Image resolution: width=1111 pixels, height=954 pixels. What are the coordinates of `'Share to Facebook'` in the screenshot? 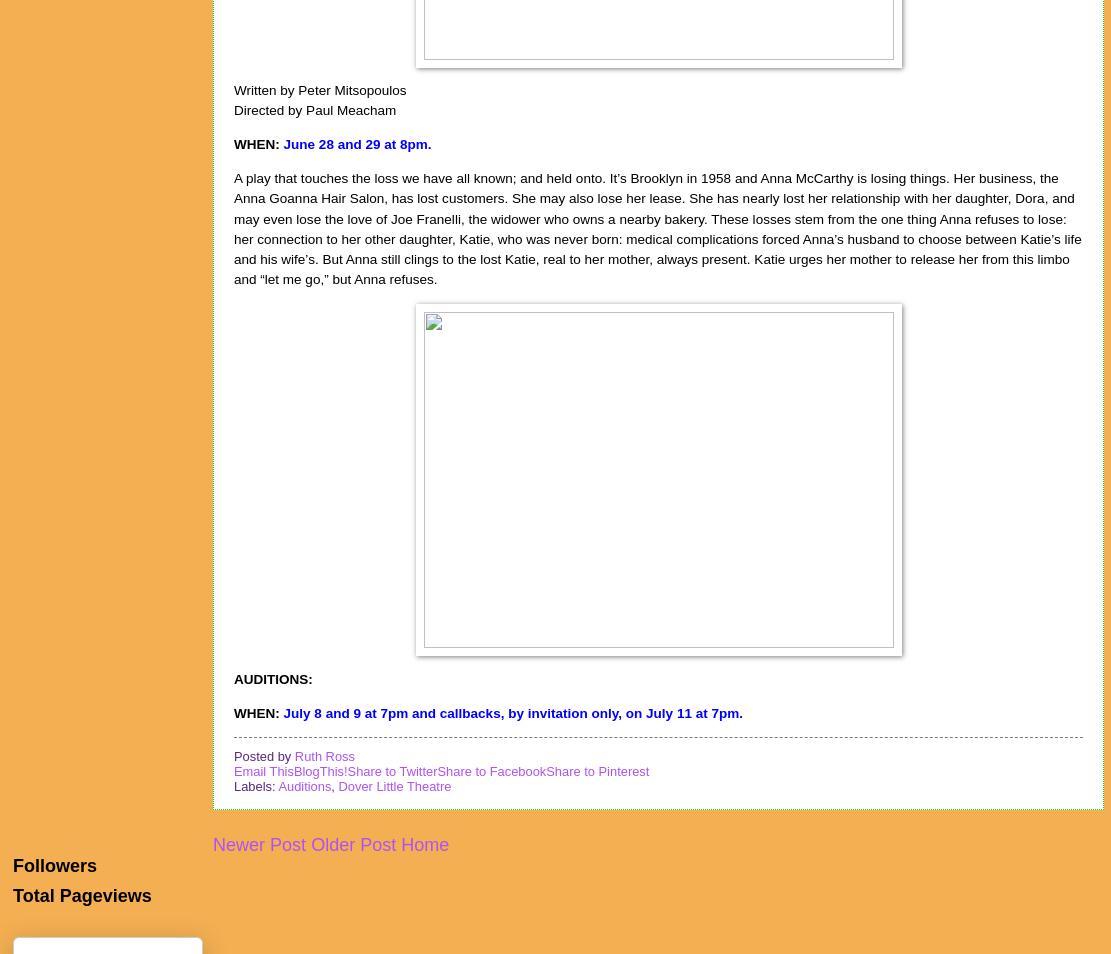 It's located at (435, 771).